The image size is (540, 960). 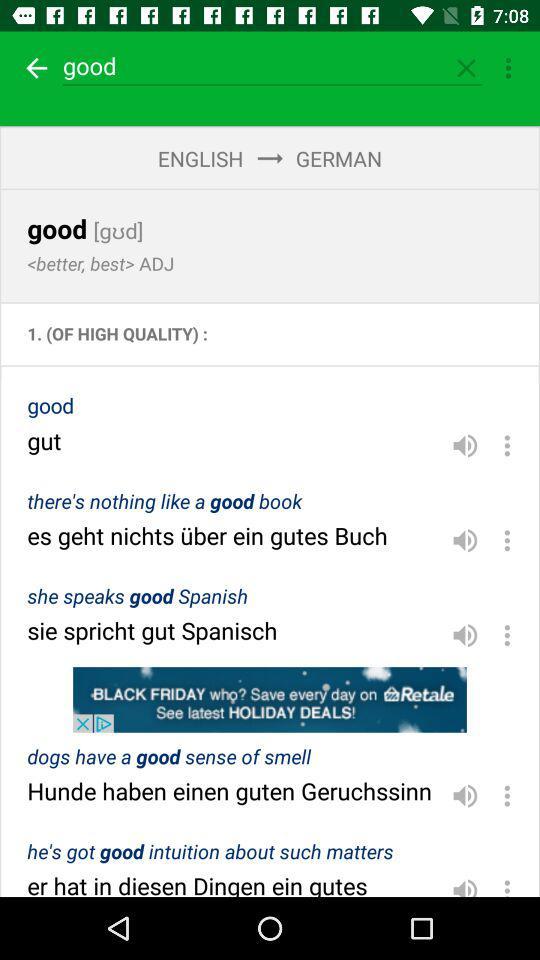 I want to click on option, so click(x=466, y=68).